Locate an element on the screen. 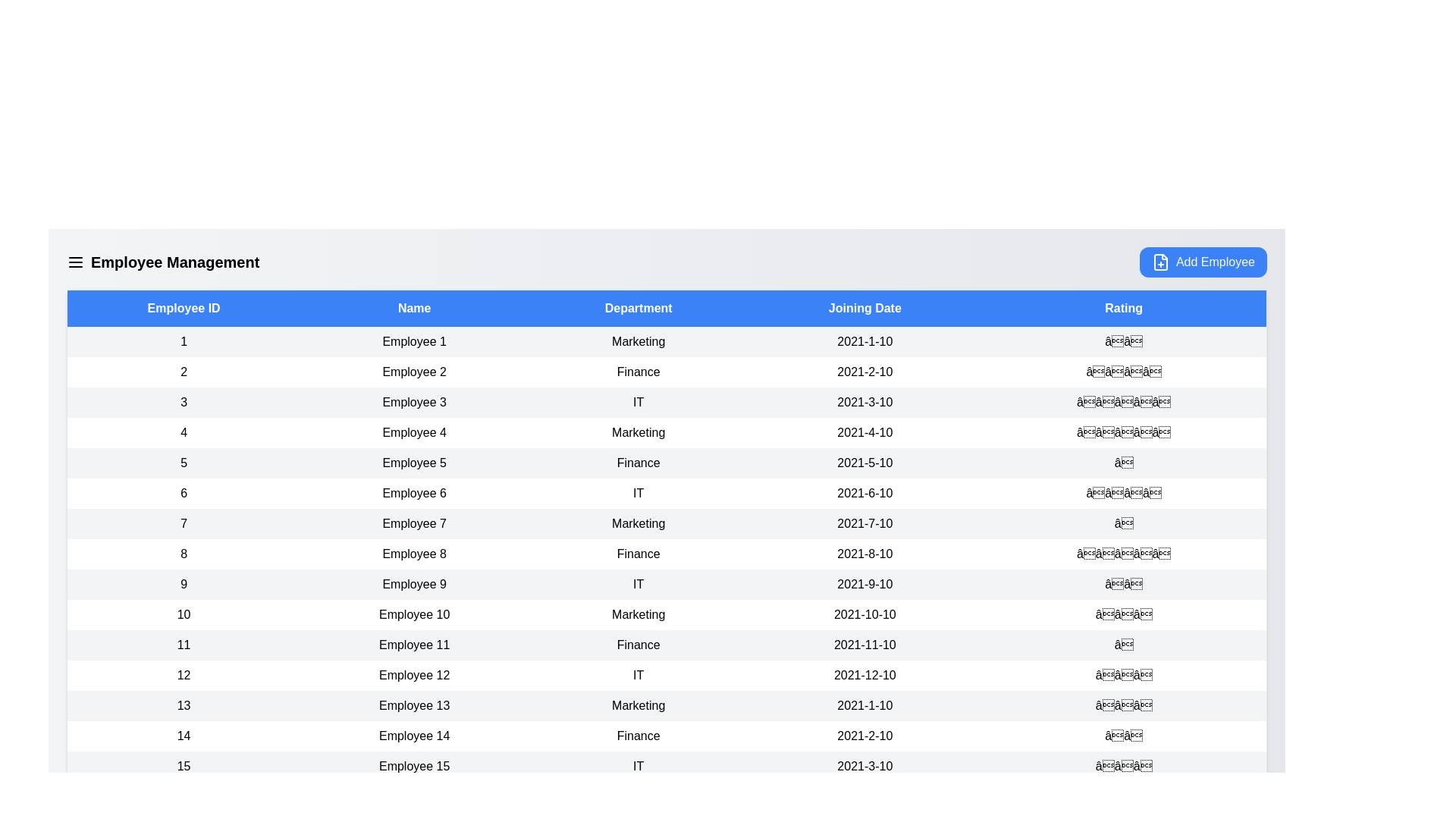  'Add Employee' button to initiate the process of adding a new employee is located at coordinates (1201, 262).